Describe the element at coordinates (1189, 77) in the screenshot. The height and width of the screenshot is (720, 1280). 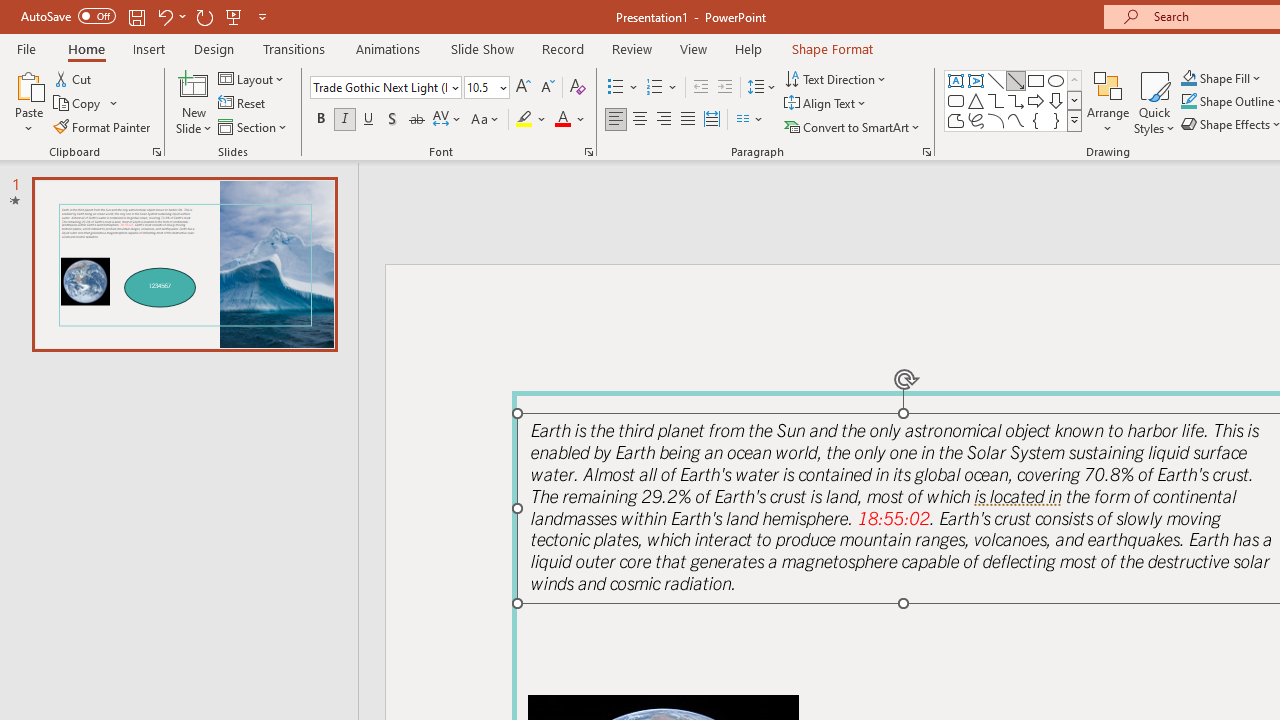
I see `'Shape Fill Aqua, Accent 2'` at that location.